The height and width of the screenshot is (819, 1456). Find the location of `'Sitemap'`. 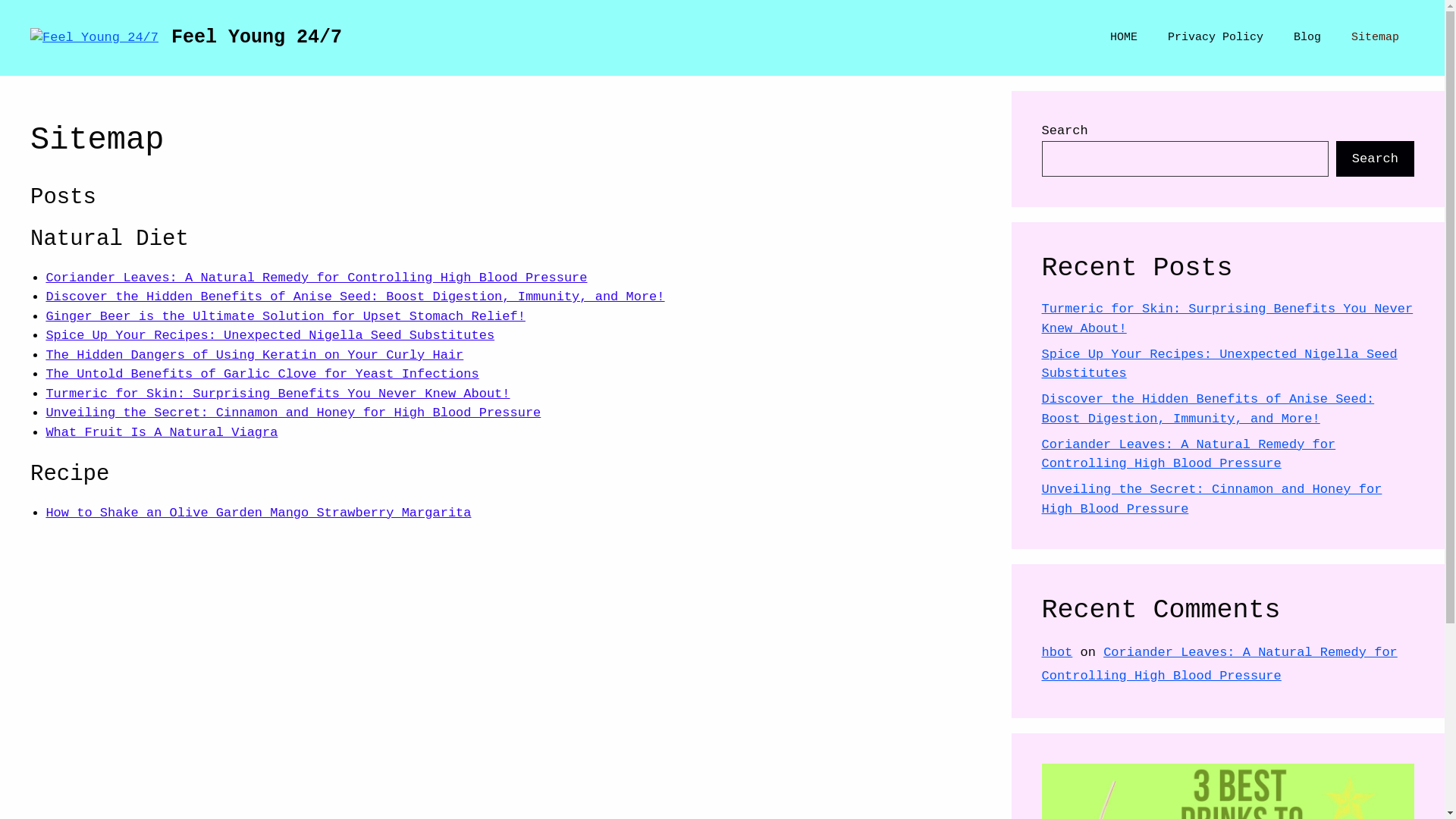

'Sitemap' is located at coordinates (1375, 37).